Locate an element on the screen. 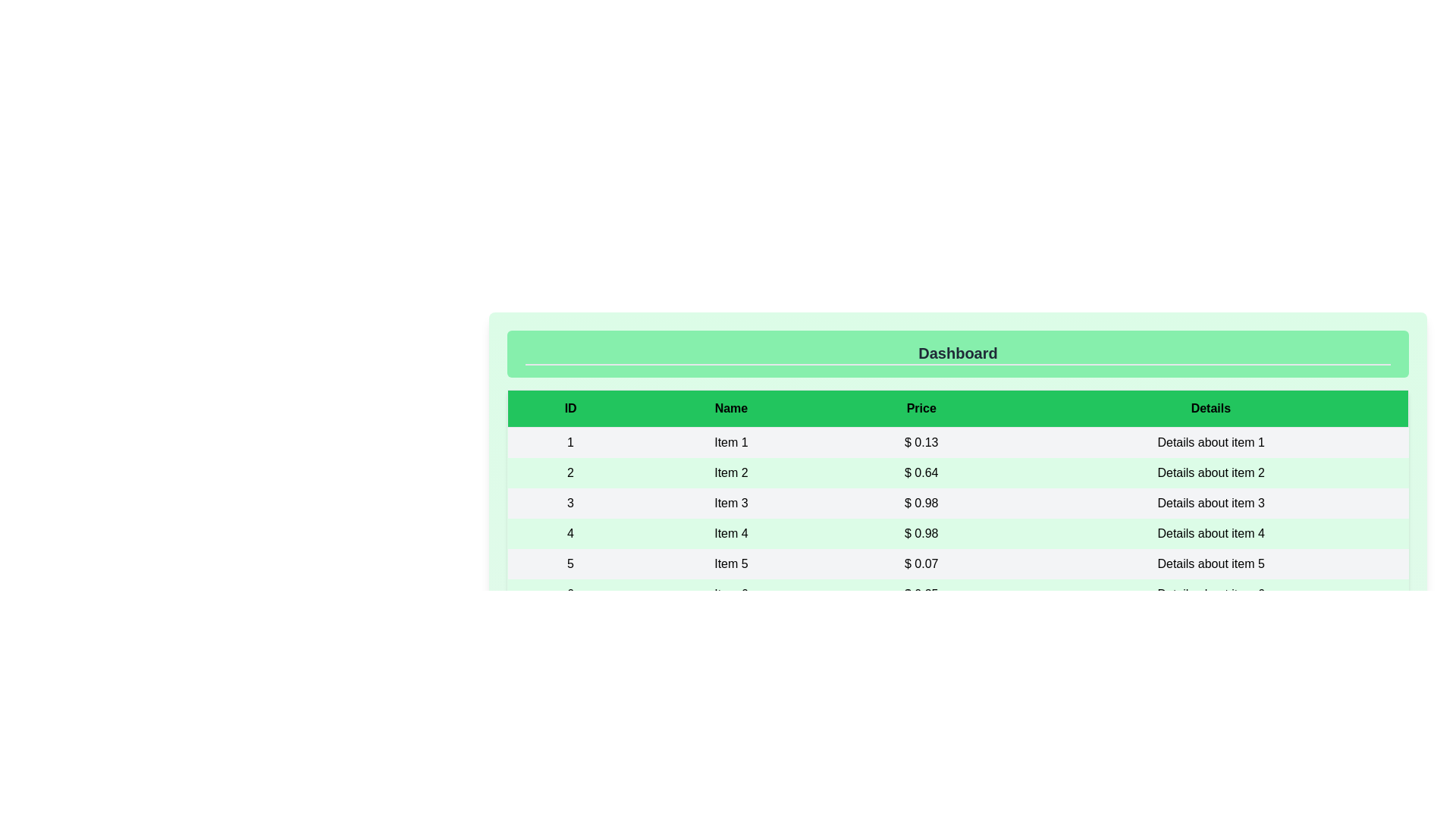 The image size is (1456, 819). the table headers by focusing on the header row and extracting their text is located at coordinates (957, 408).